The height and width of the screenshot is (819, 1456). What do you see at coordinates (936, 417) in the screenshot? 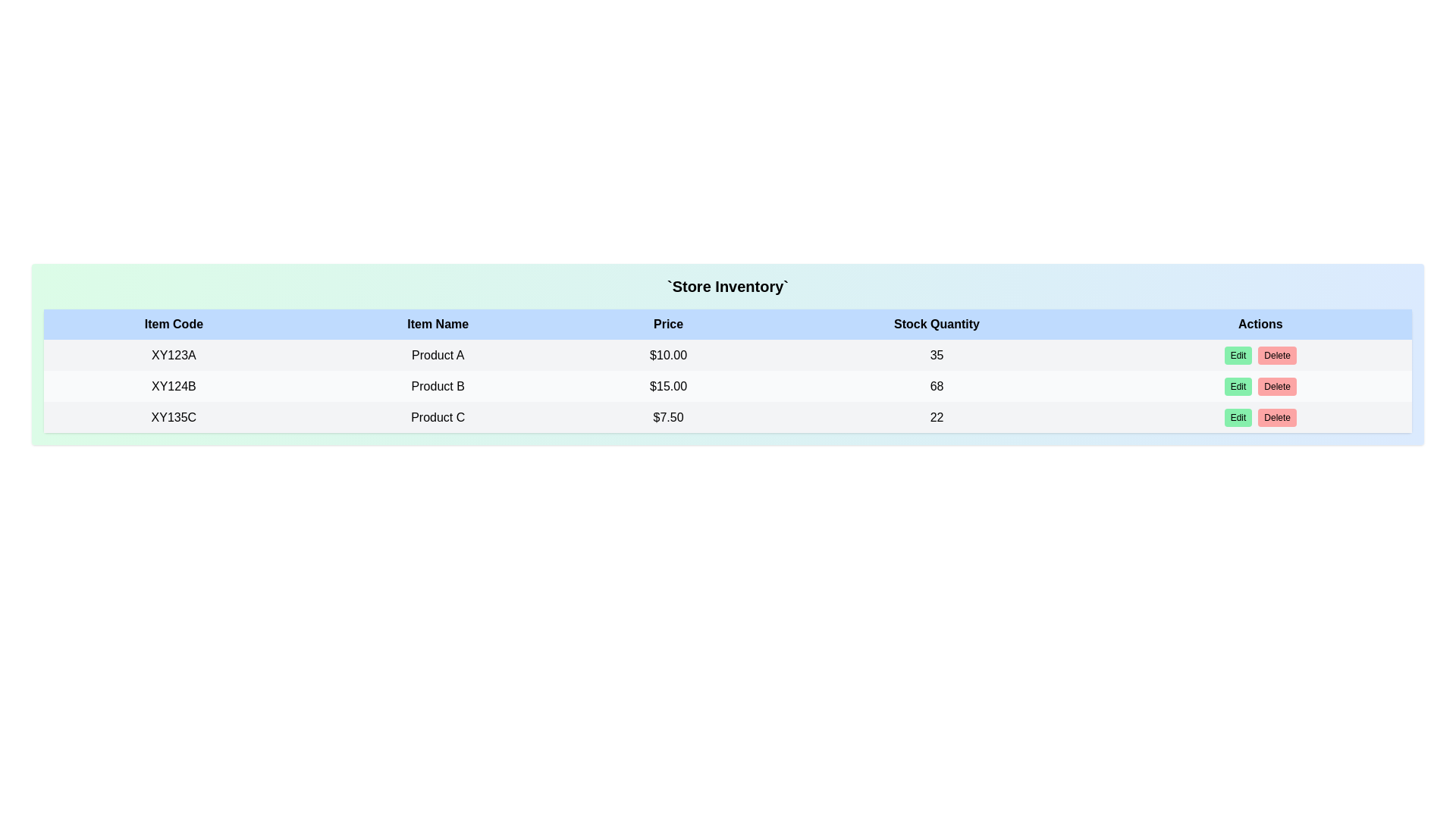
I see `the text label displaying the stock quantity of an item in the inventory, which is the fourth element in the 'Stock Quantity' column of the 'Store Inventory' table` at bounding box center [936, 417].